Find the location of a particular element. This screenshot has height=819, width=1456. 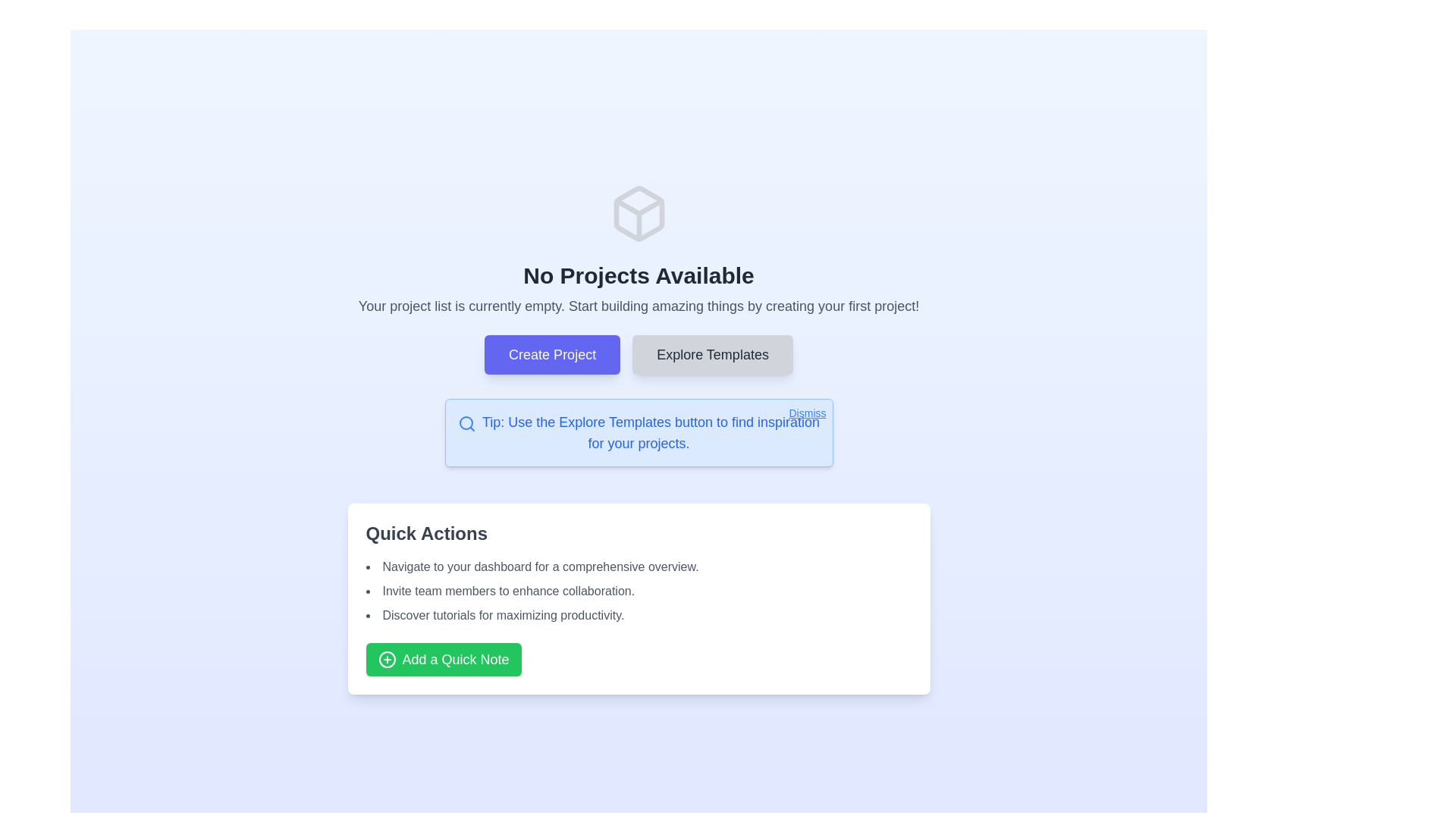

the 'Dismiss' button styled as a hyperlink with a blue font color located at the top-right corner of the notification box is located at coordinates (807, 413).